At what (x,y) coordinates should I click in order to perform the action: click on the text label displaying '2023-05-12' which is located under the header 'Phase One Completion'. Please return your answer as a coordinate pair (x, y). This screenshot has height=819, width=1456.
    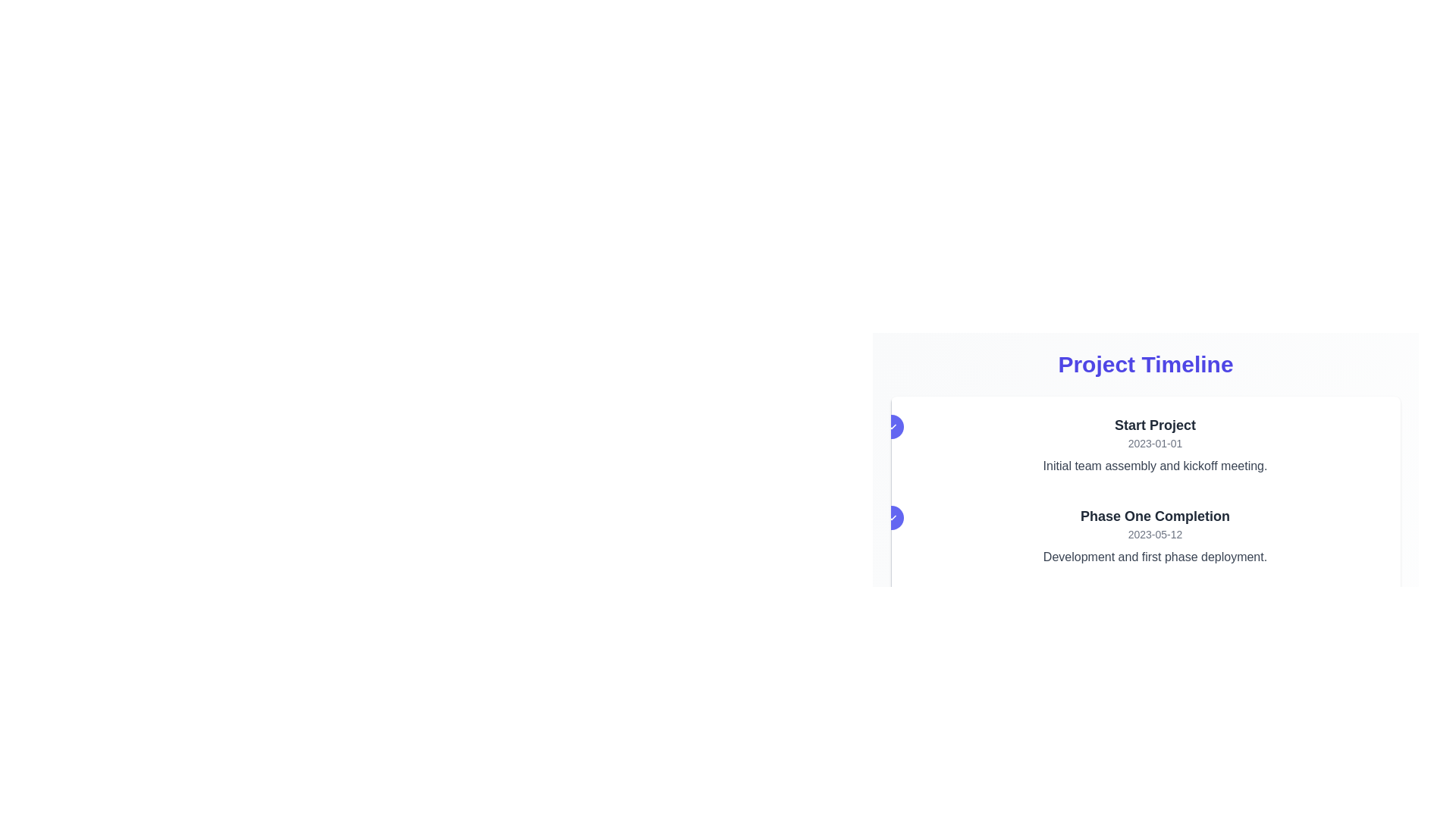
    Looking at the image, I should click on (1154, 534).